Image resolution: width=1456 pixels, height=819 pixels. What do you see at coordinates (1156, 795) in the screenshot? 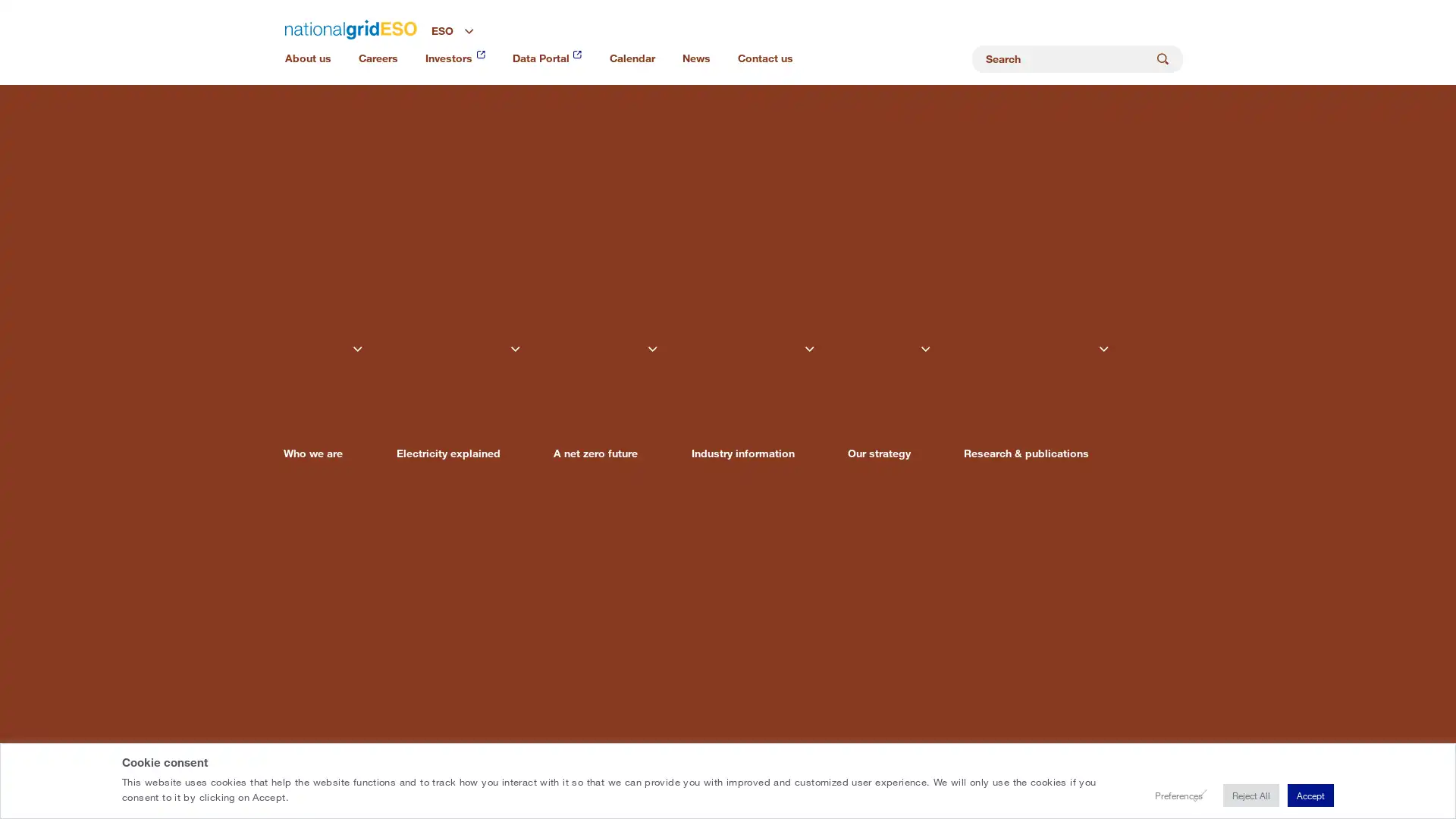
I see `Preferences` at bounding box center [1156, 795].